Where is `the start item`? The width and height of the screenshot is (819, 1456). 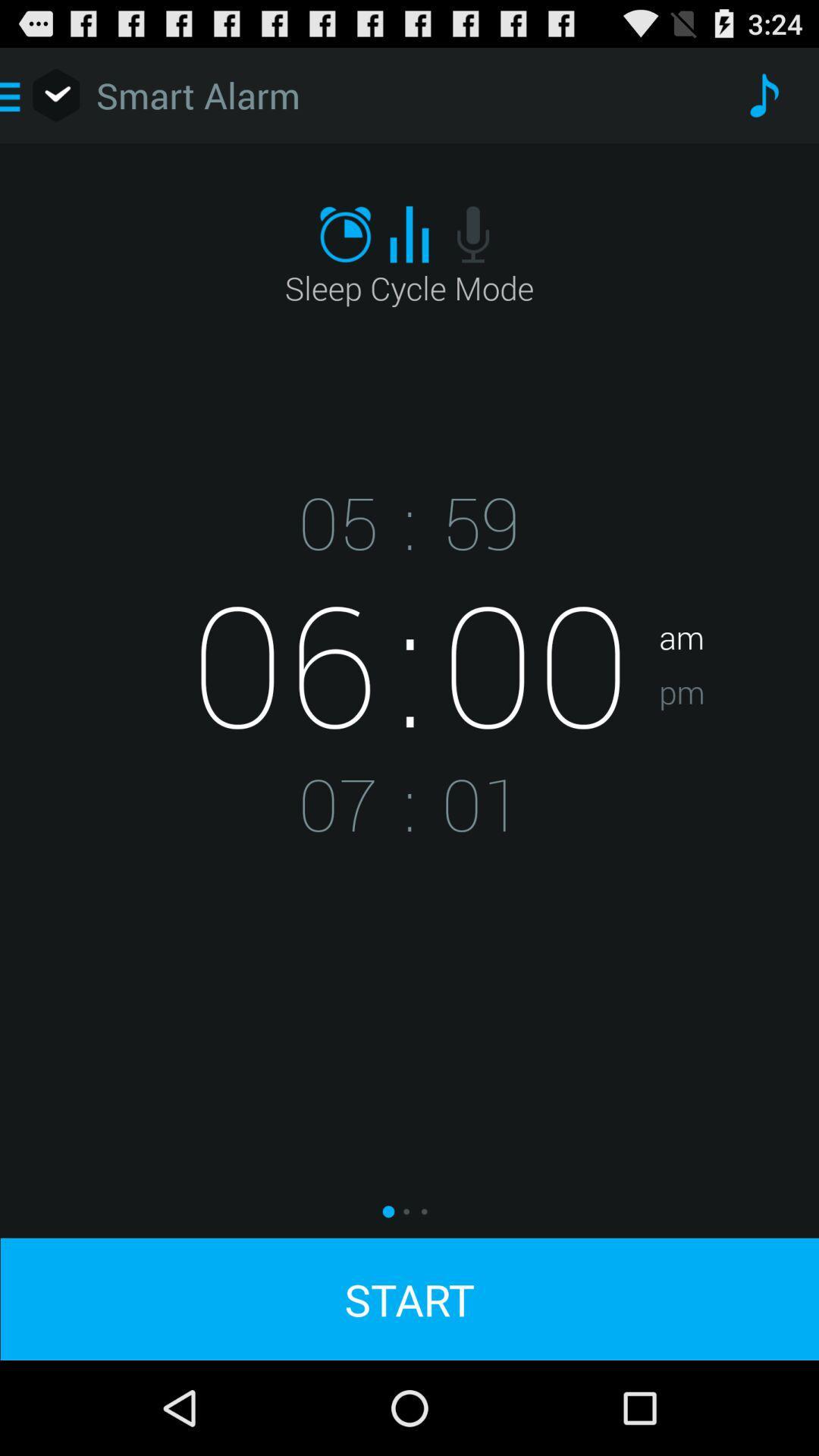
the start item is located at coordinates (409, 1298).